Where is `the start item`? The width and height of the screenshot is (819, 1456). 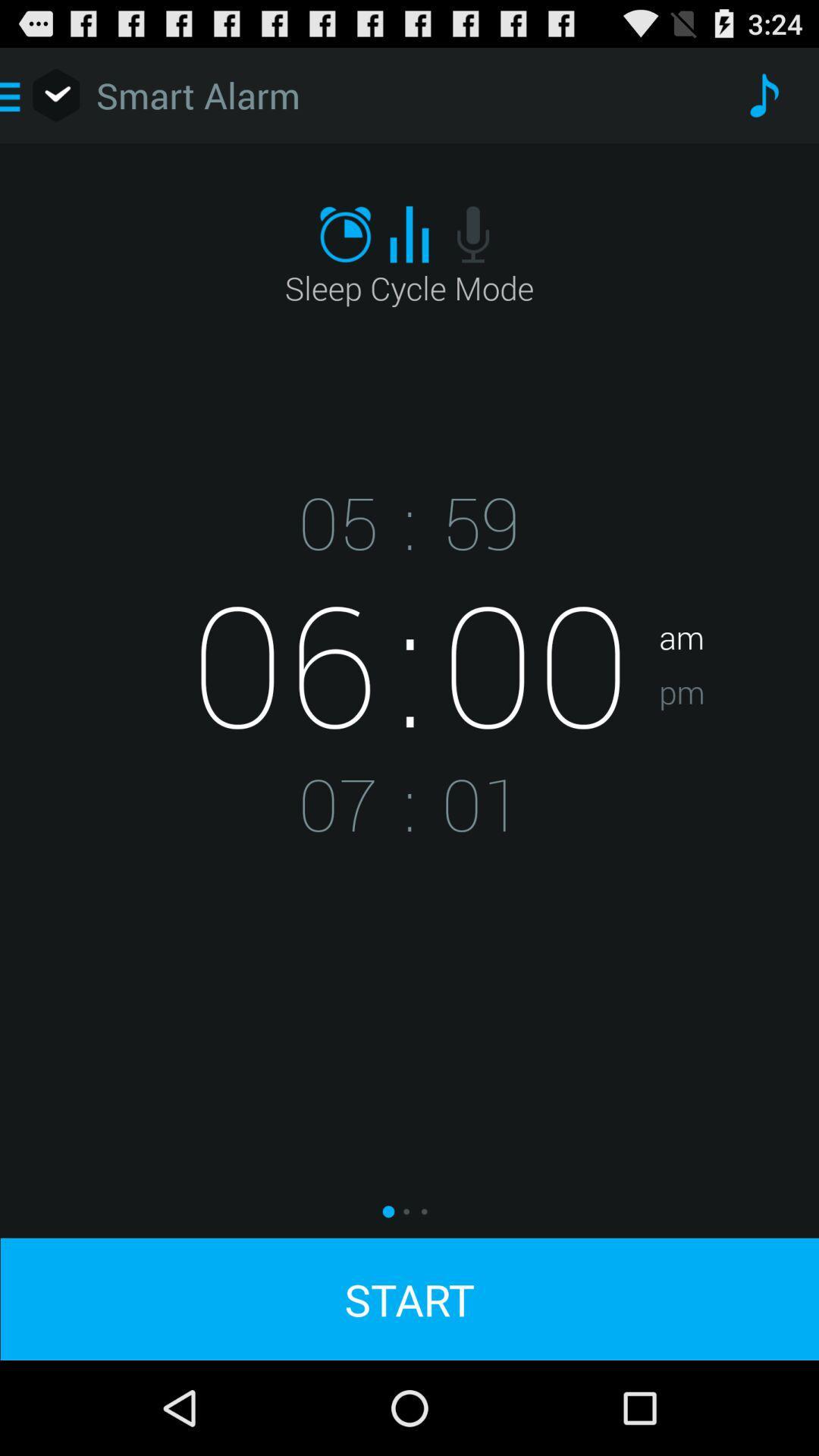
the start item is located at coordinates (409, 1298).